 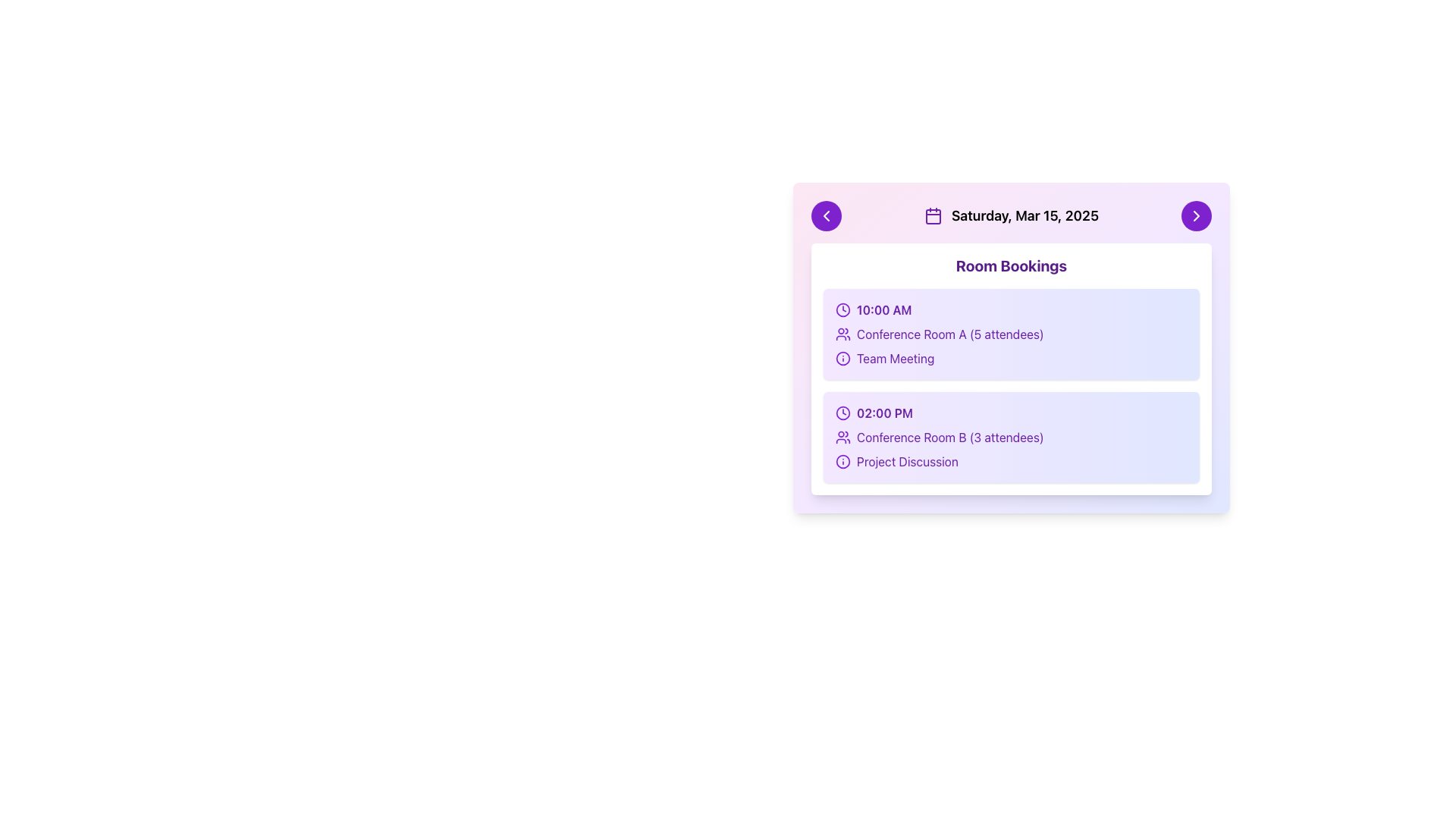 What do you see at coordinates (1012, 438) in the screenshot?
I see `the text label reading 'Conference Room B (3 attendees)' which is styled in purple text and located centrally below '02:00 PM' and above 'Project Discussion'` at bounding box center [1012, 438].